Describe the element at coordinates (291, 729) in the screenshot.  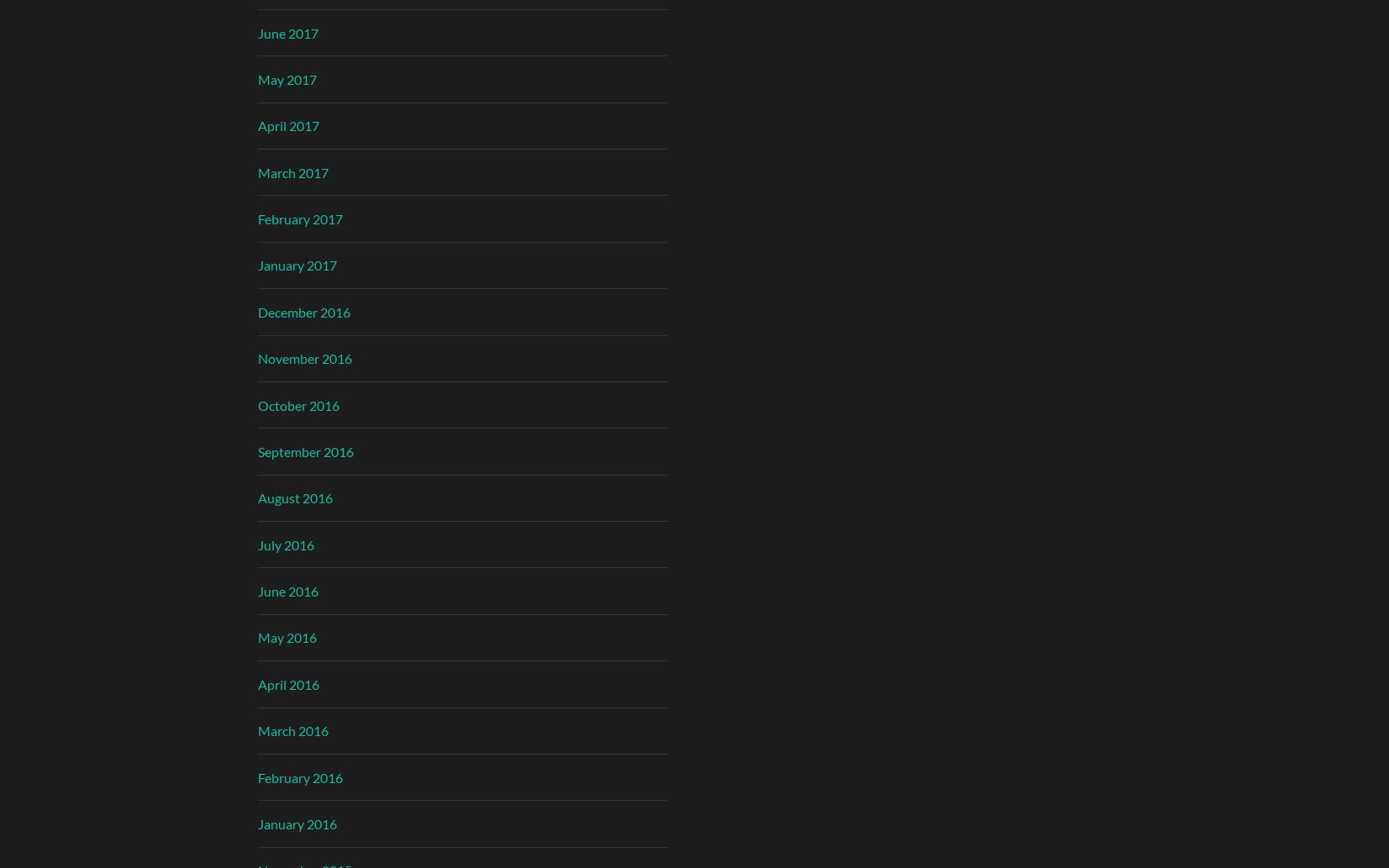
I see `'March 2016'` at that location.